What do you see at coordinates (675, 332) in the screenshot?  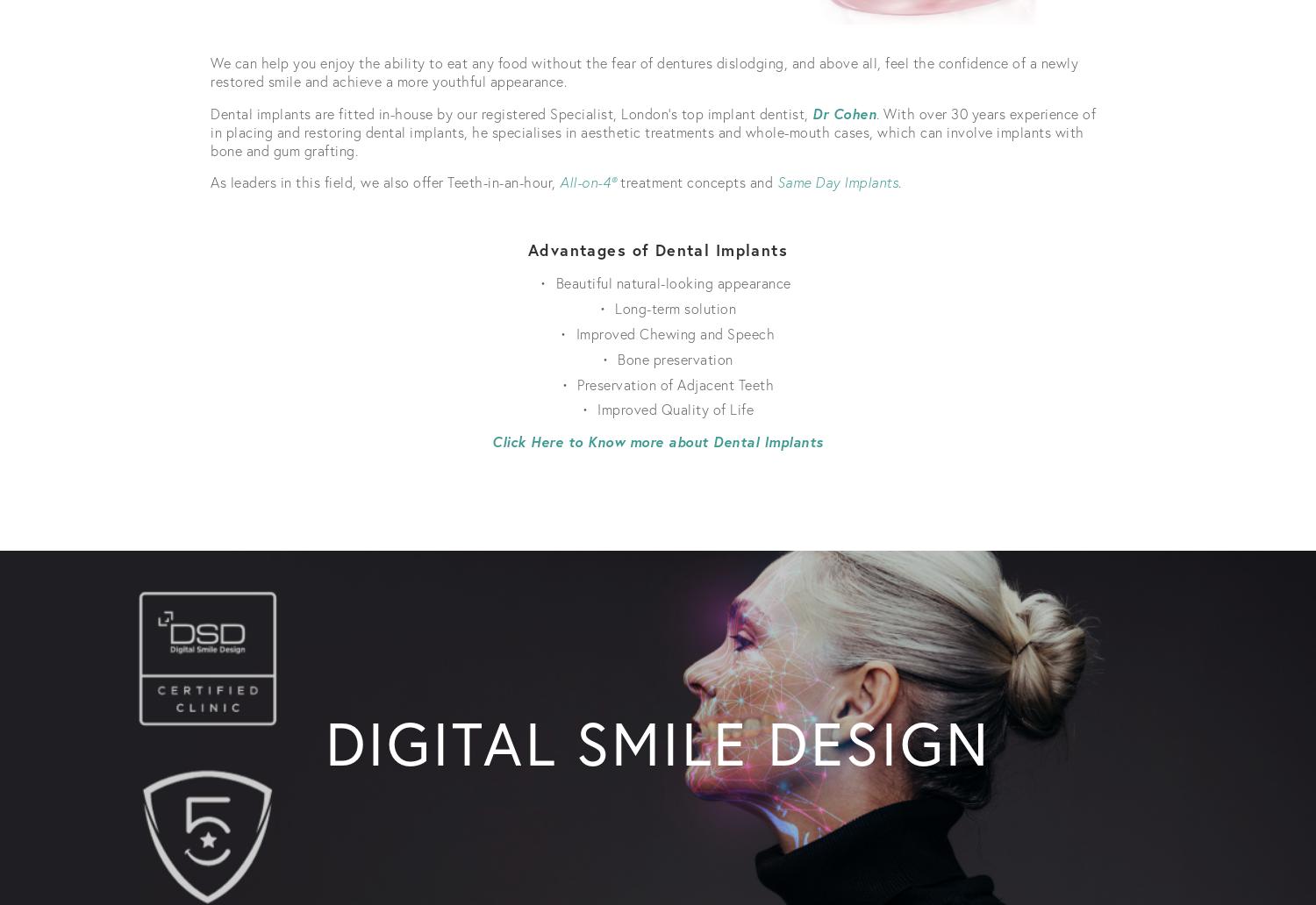 I see `'Improved Chewing and Speech'` at bounding box center [675, 332].